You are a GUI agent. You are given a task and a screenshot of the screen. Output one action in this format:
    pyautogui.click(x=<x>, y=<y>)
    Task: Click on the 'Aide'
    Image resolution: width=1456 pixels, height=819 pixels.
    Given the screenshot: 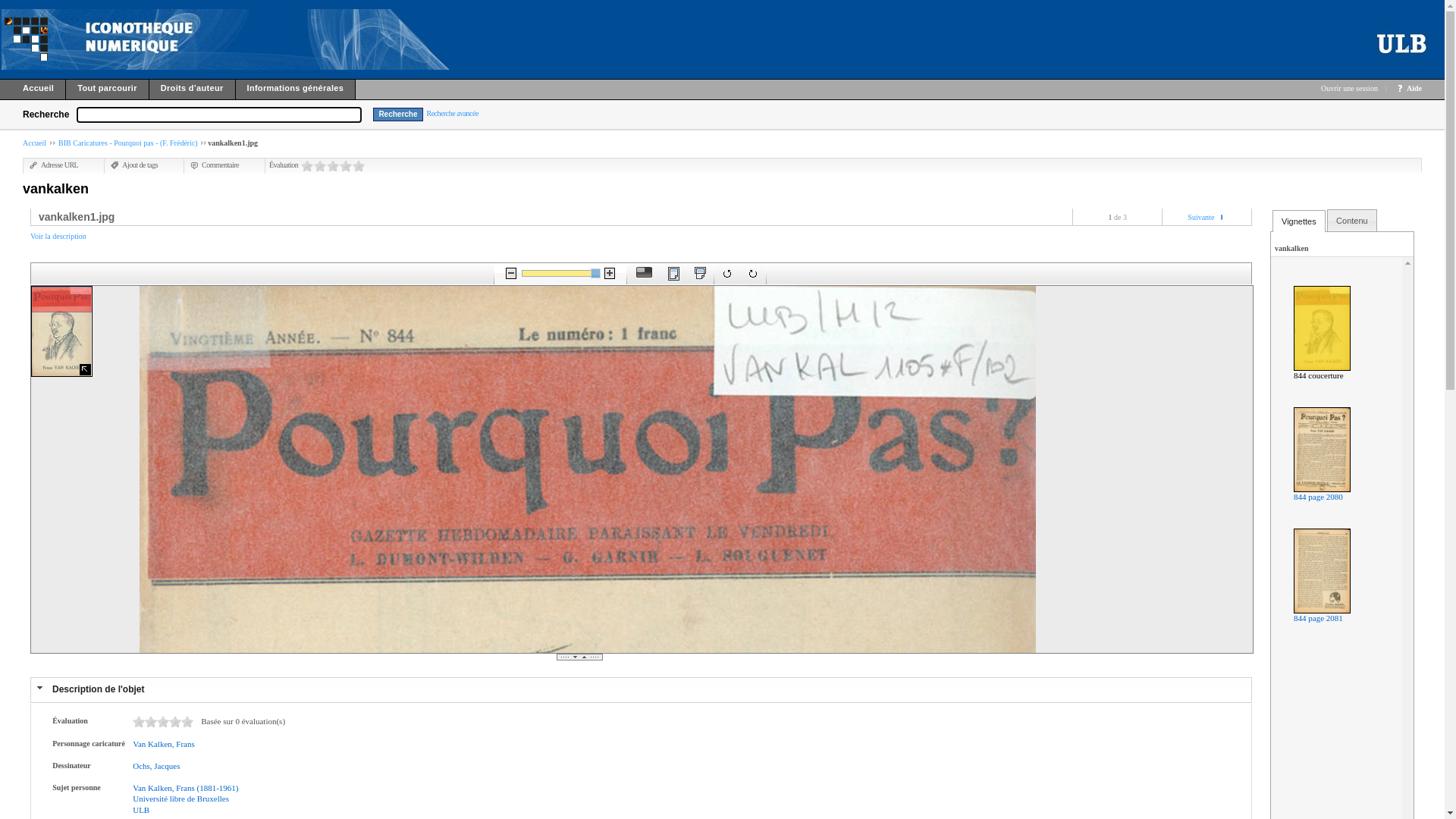 What is the action you would take?
    pyautogui.click(x=1414, y=88)
    